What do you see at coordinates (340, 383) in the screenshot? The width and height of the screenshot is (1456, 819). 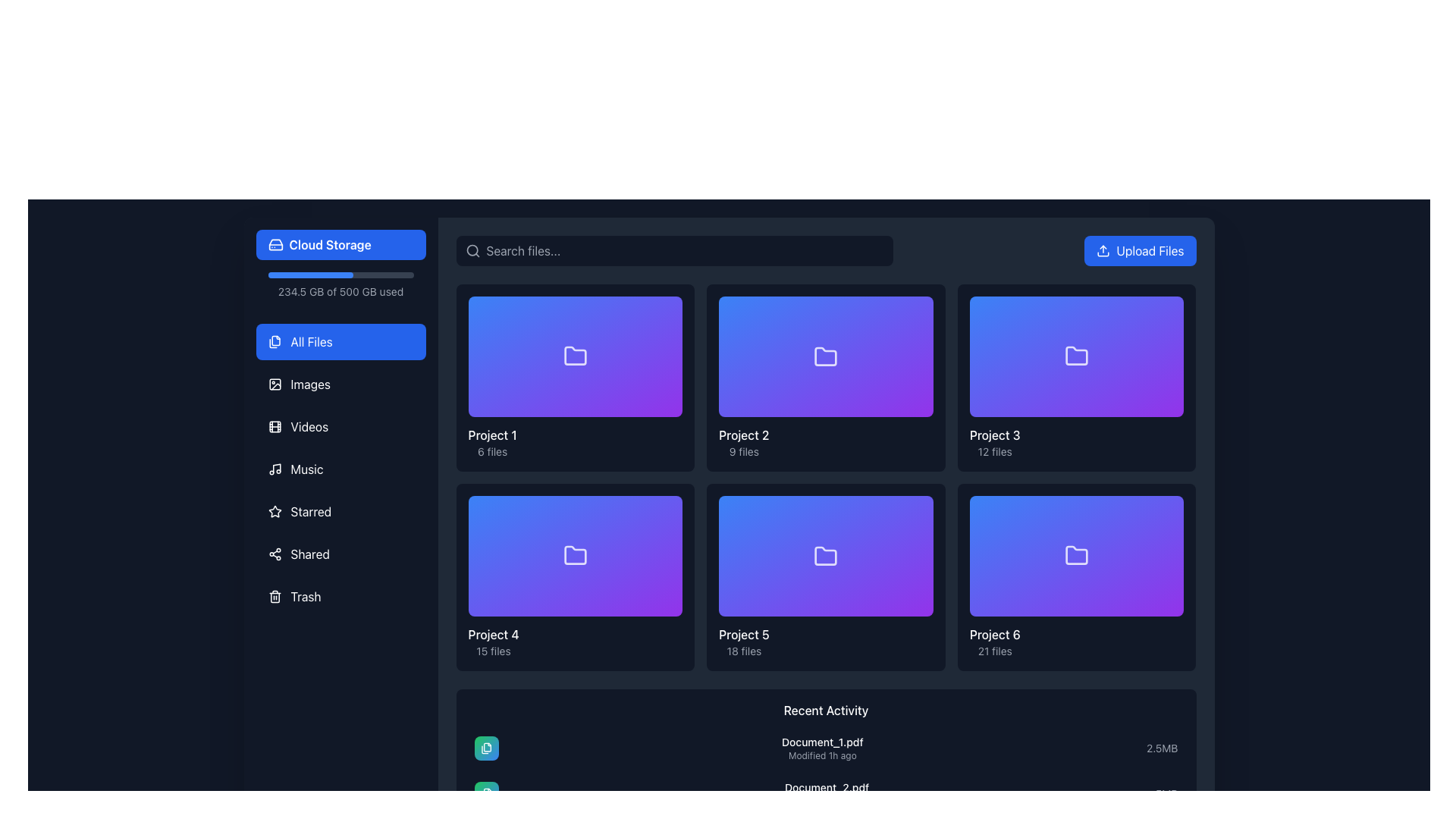 I see `the navigation button located in the left-hand sidebar, directly beneath the 'All Files' option` at bounding box center [340, 383].